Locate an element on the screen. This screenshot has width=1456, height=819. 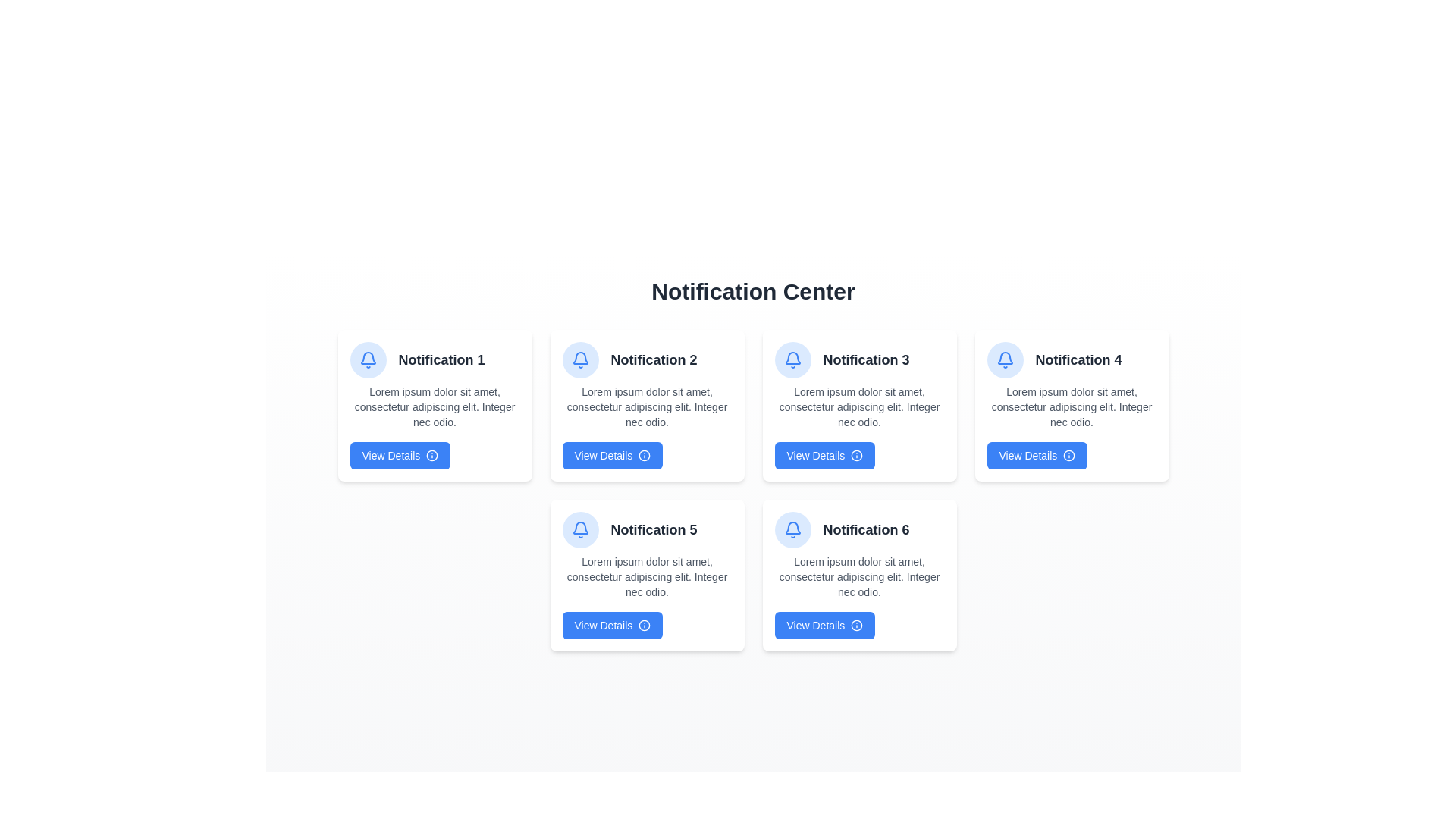
the Text Label that serves as the title for the second notification box in the grid, positioned between 'Notification 1' and 'Notification 3' is located at coordinates (647, 359).